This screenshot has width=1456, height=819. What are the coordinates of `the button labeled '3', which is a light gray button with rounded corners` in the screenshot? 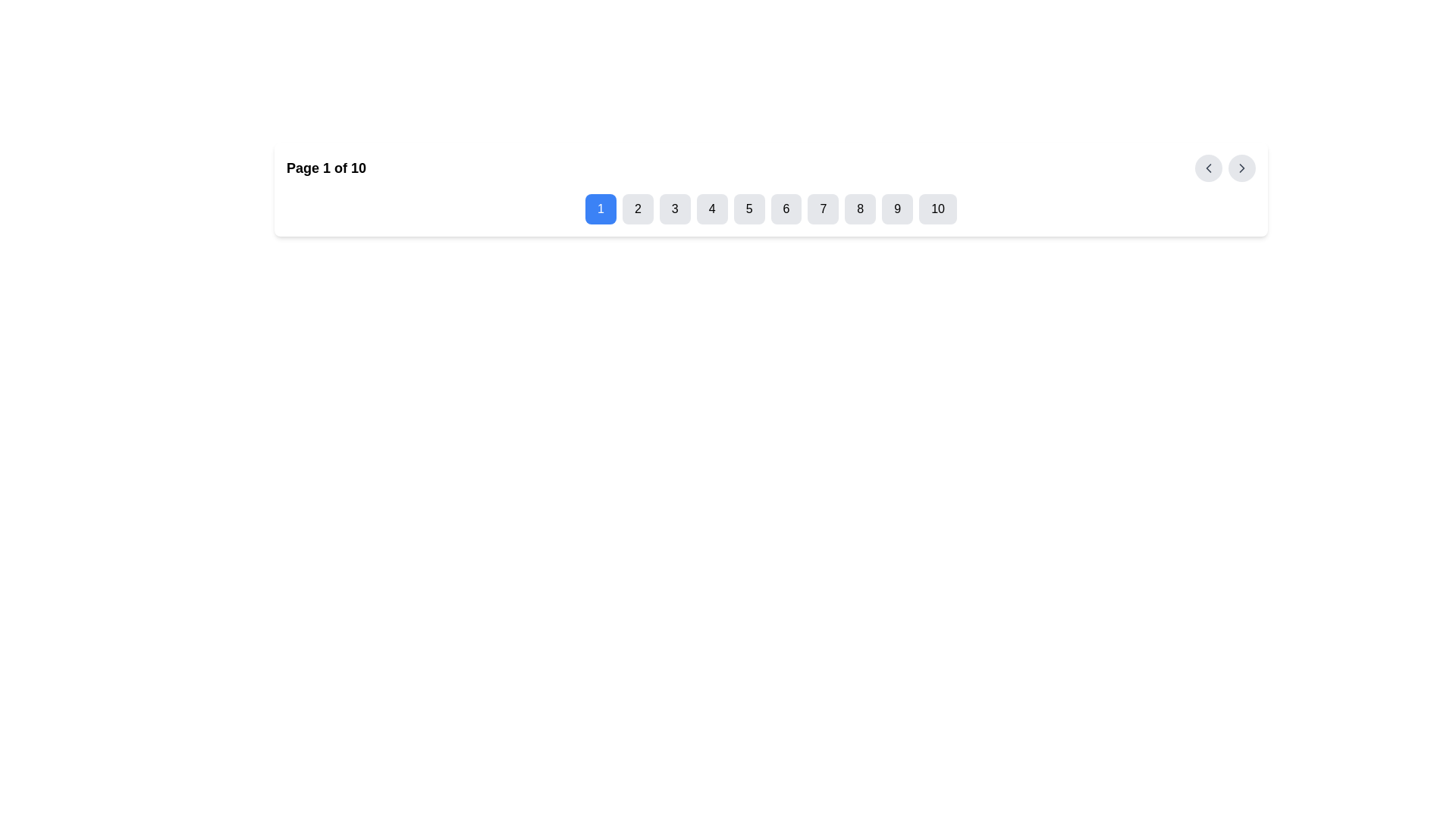 It's located at (674, 209).